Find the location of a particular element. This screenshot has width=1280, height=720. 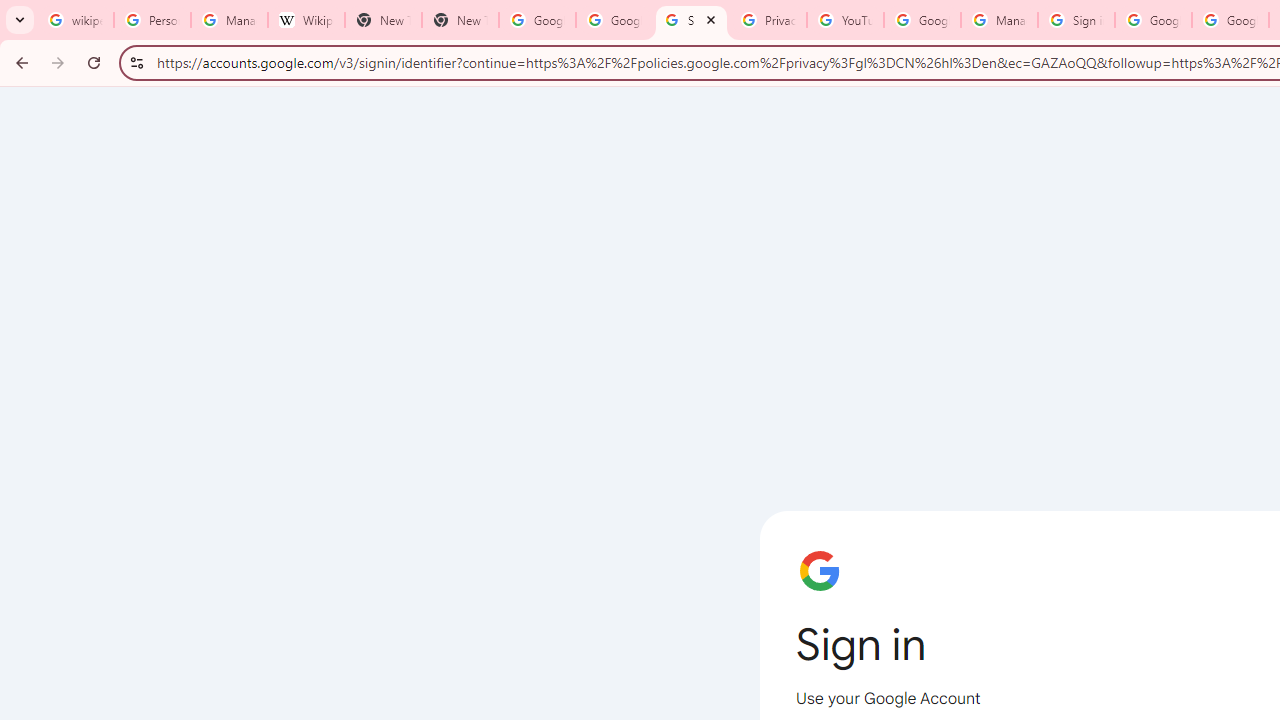

'Google Account Help' is located at coordinates (921, 20).